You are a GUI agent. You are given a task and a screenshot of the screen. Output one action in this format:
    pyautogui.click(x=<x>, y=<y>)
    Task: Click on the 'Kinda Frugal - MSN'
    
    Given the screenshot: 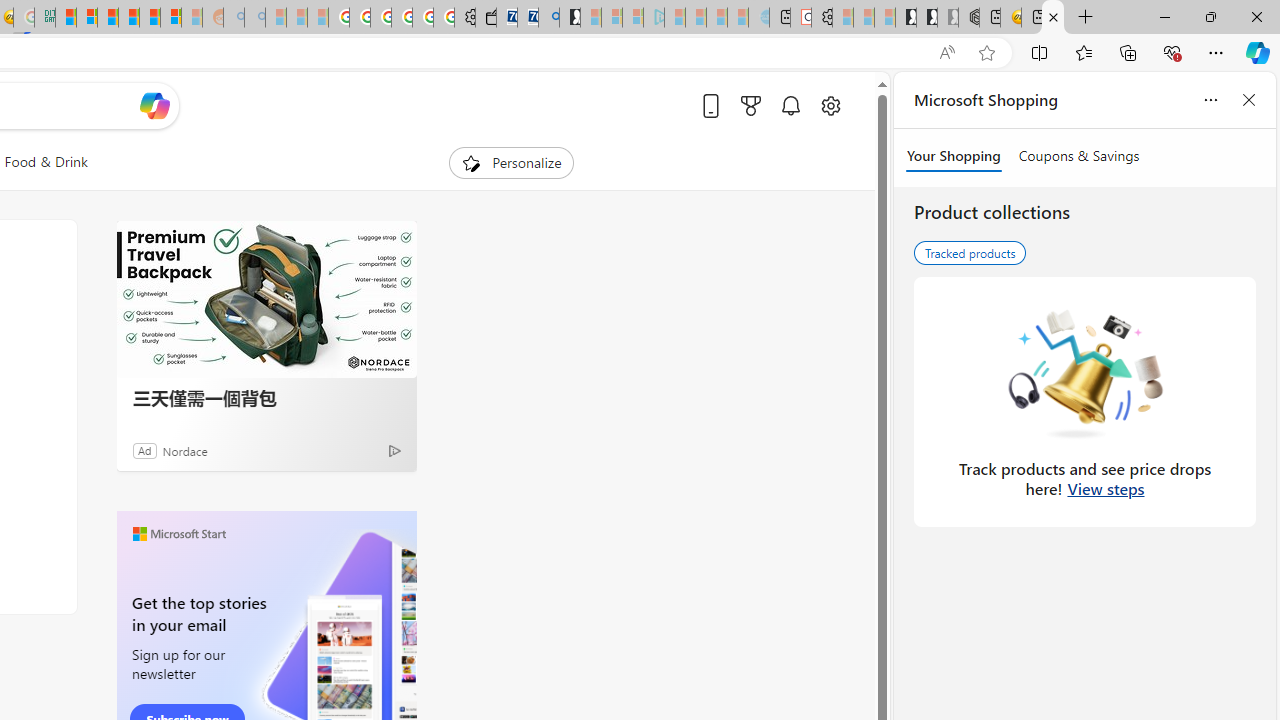 What is the action you would take?
    pyautogui.click(x=148, y=17)
    